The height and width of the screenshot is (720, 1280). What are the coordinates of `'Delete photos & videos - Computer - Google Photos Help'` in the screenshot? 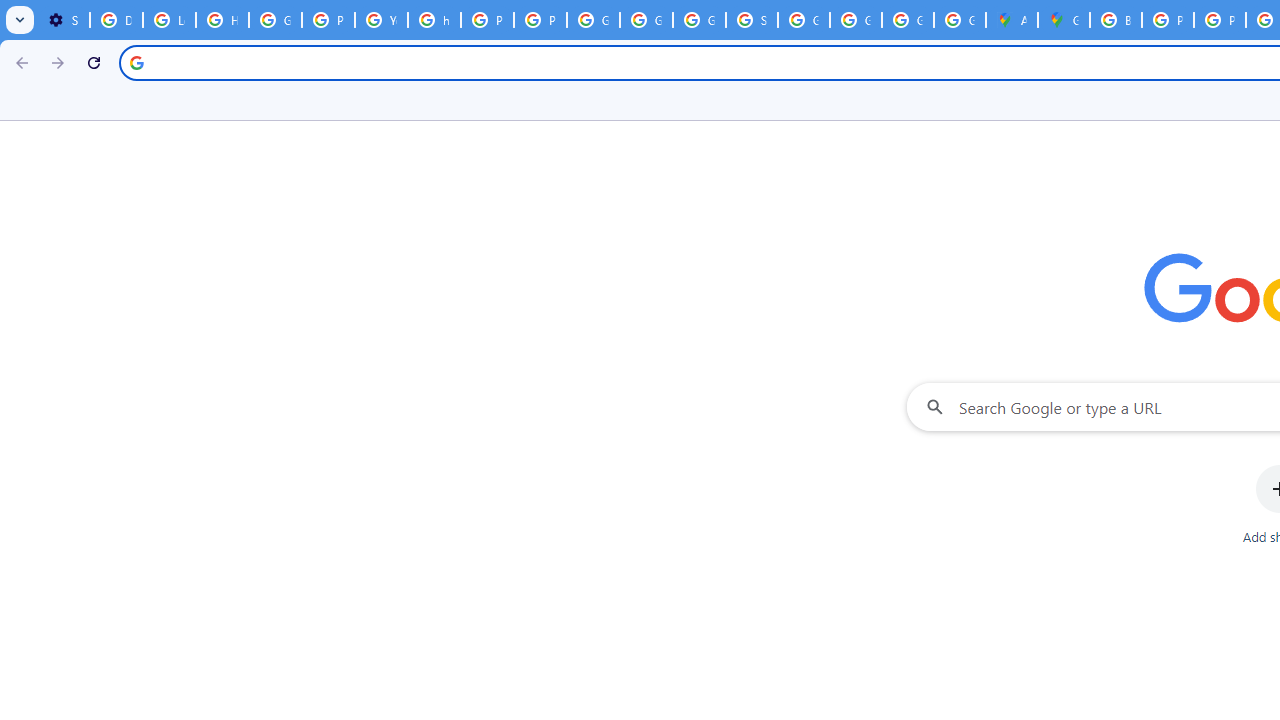 It's located at (115, 20).